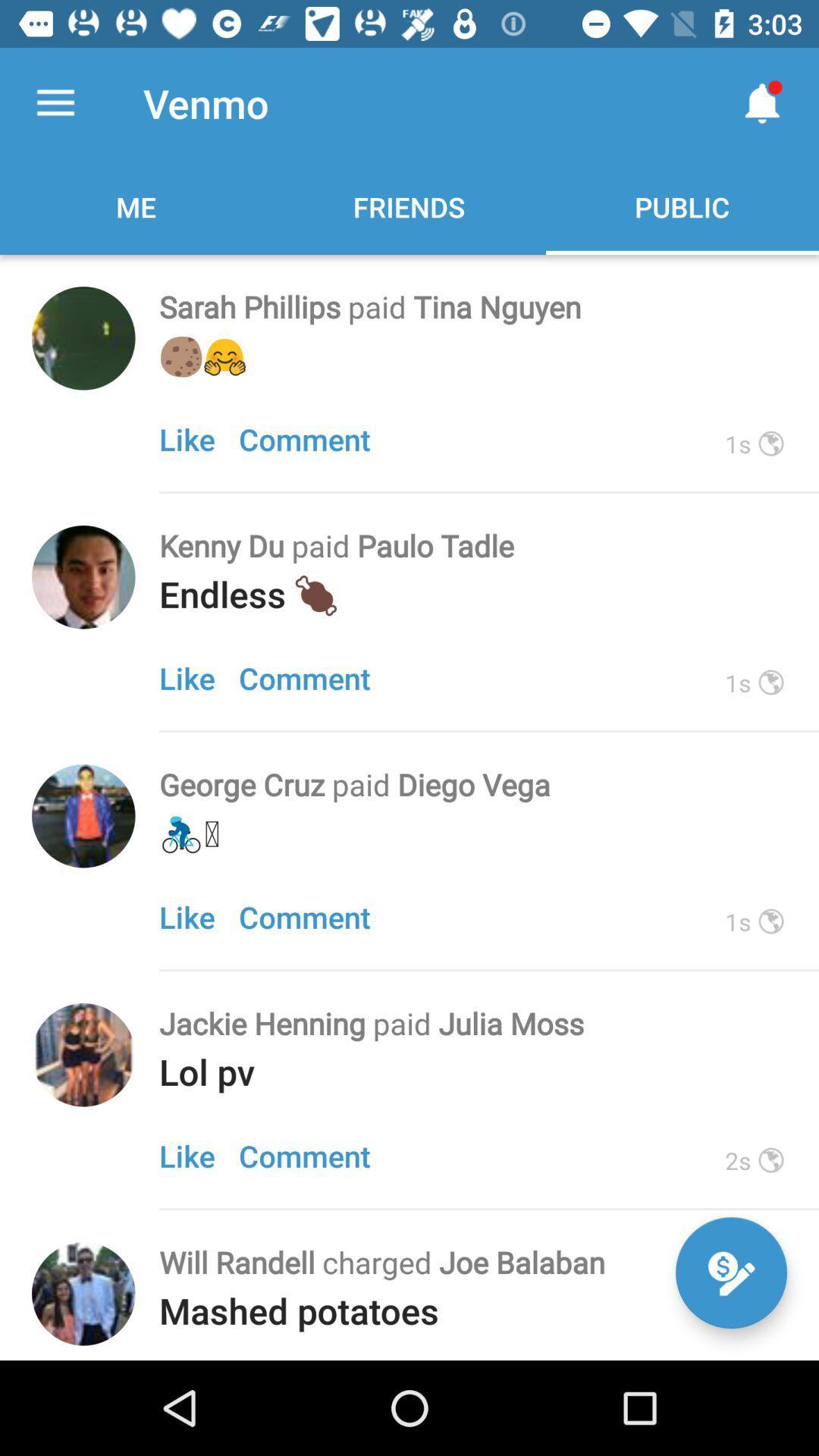 Image resolution: width=819 pixels, height=1456 pixels. Describe the element at coordinates (730, 1272) in the screenshot. I see `compose a message` at that location.